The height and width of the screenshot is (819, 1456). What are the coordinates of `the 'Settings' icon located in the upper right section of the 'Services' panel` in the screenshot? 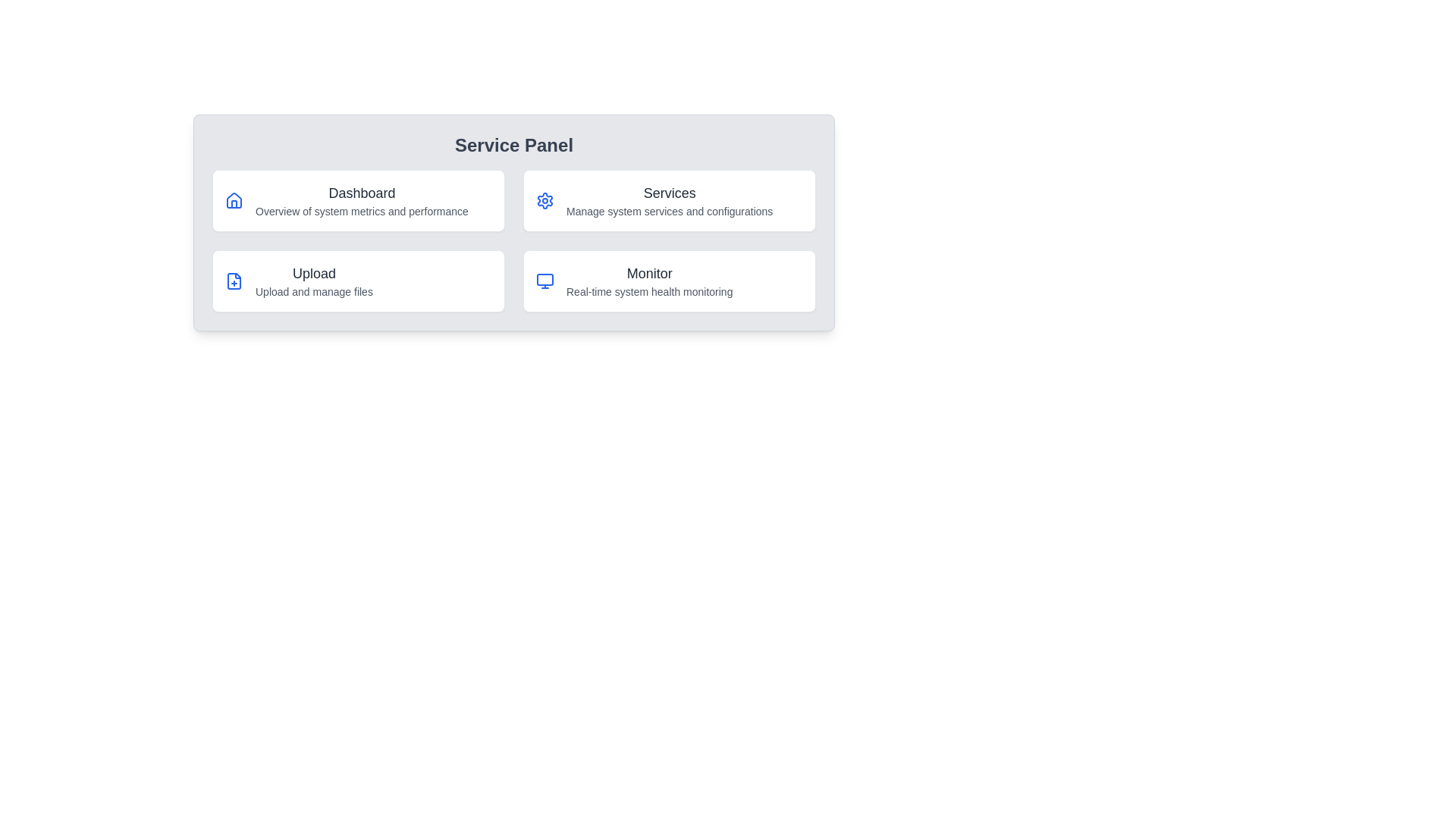 It's located at (545, 200).